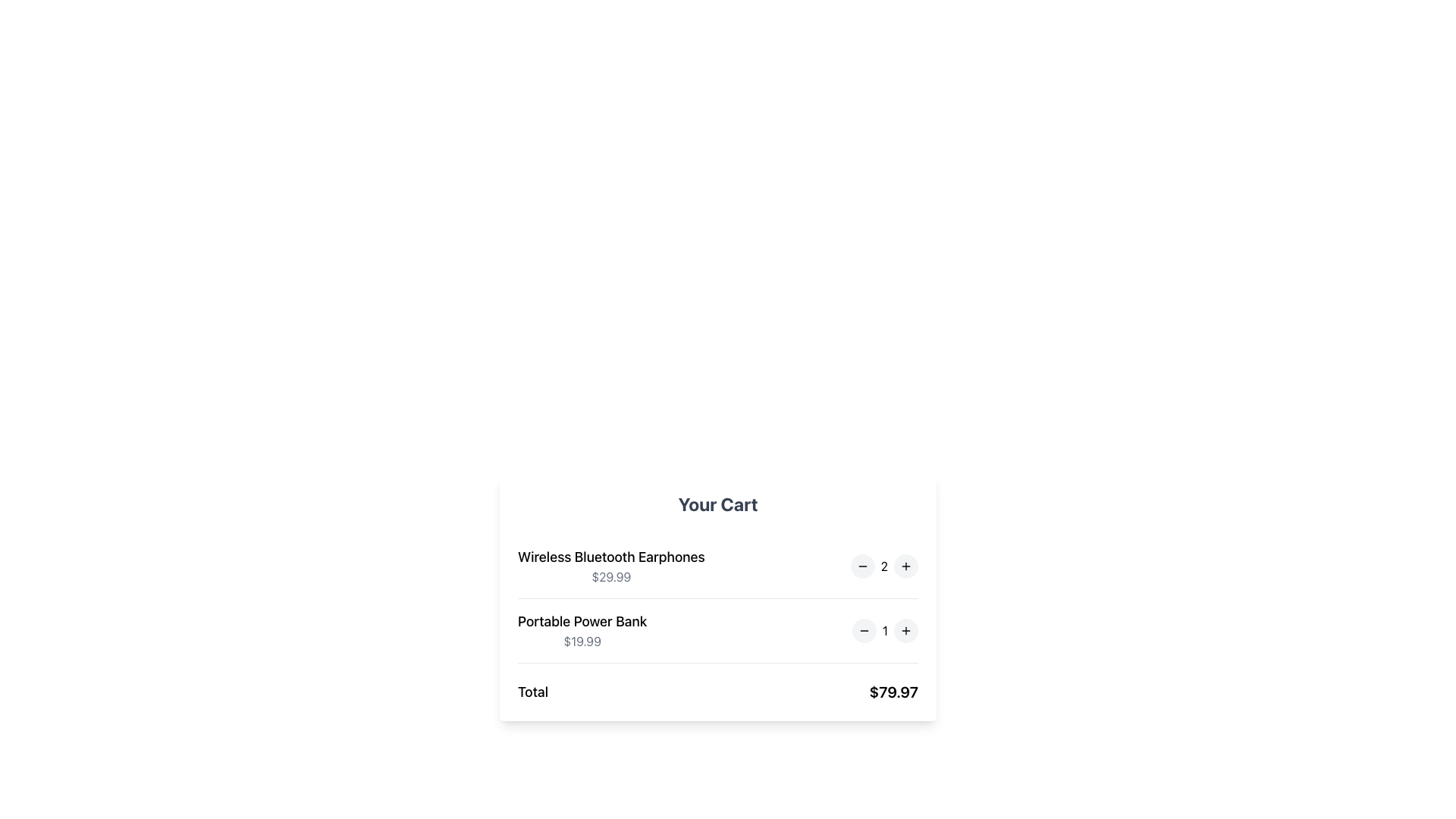 This screenshot has width=1456, height=819. Describe the element at coordinates (884, 566) in the screenshot. I see `the static text displaying the current quantity of the 'Wireless Bluetooth Earphones' in the cart, located between the 'minus' and 'plus' buttons` at that location.